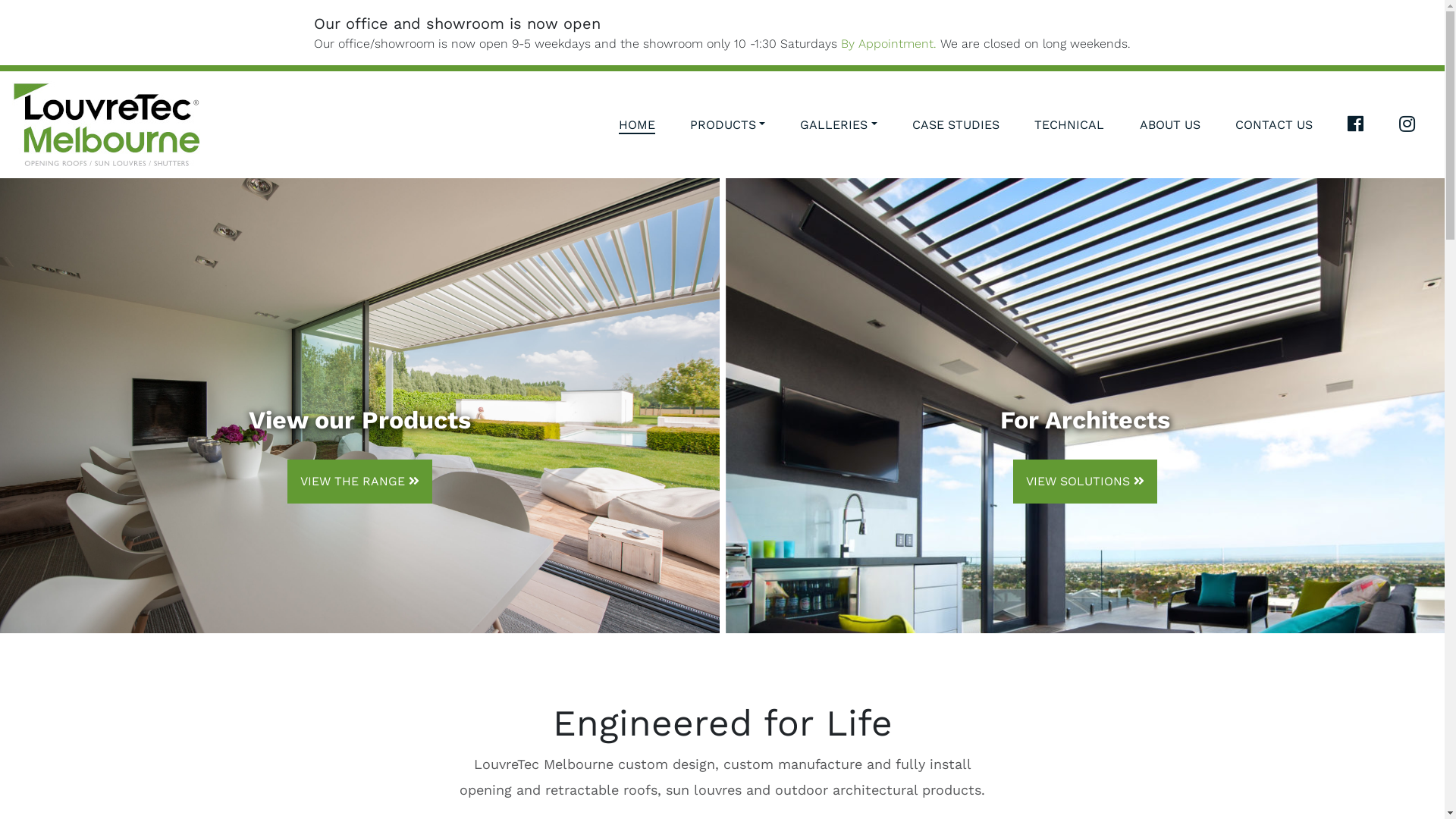 The image size is (1456, 819). What do you see at coordinates (726, 124) in the screenshot?
I see `'PRODUCTS'` at bounding box center [726, 124].